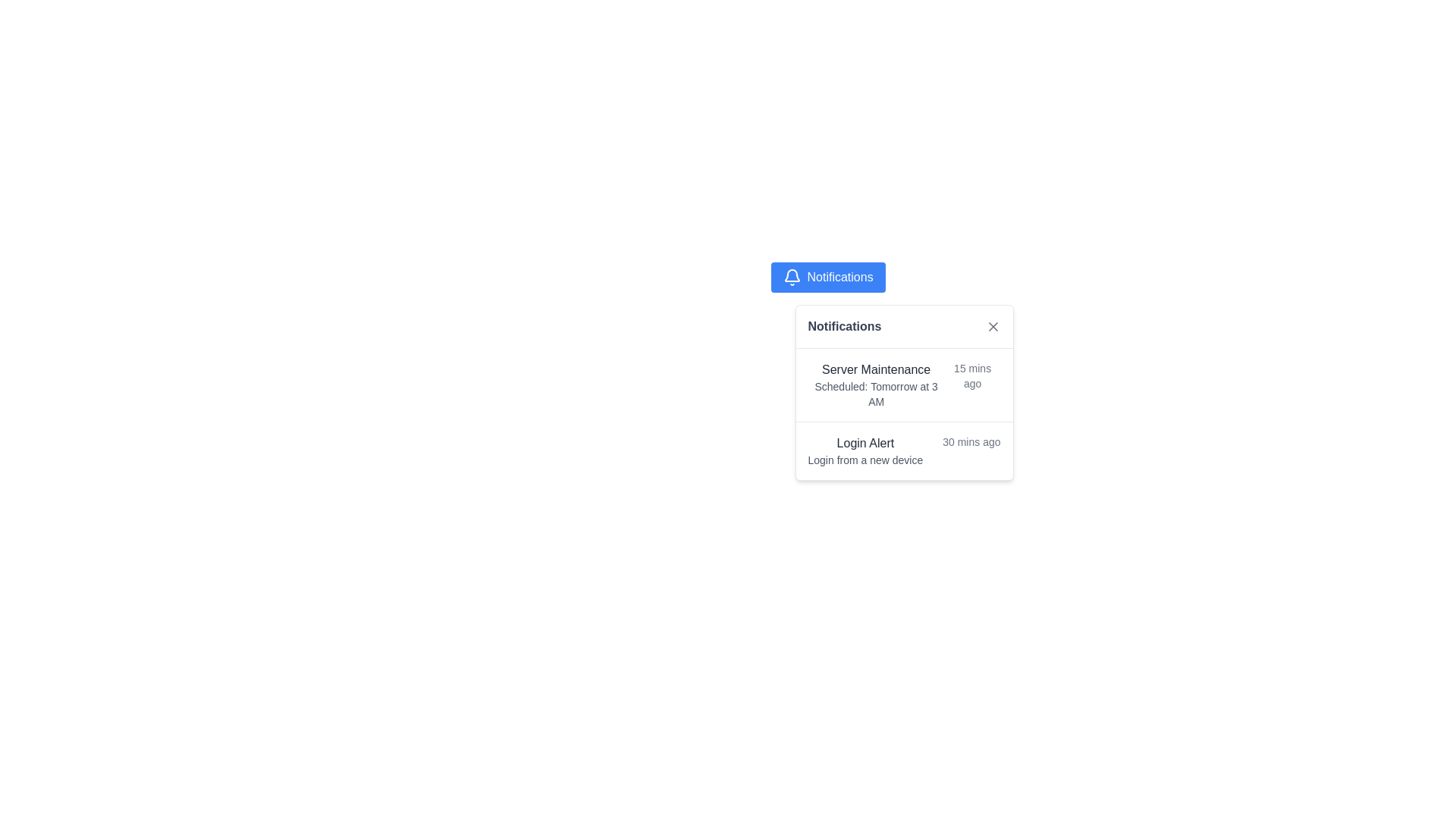  Describe the element at coordinates (865, 459) in the screenshot. I see `the static text that provides additional details about a notification regarding a login from a new device, located in the notification dropdown under the 'Login Alert' heading` at that location.